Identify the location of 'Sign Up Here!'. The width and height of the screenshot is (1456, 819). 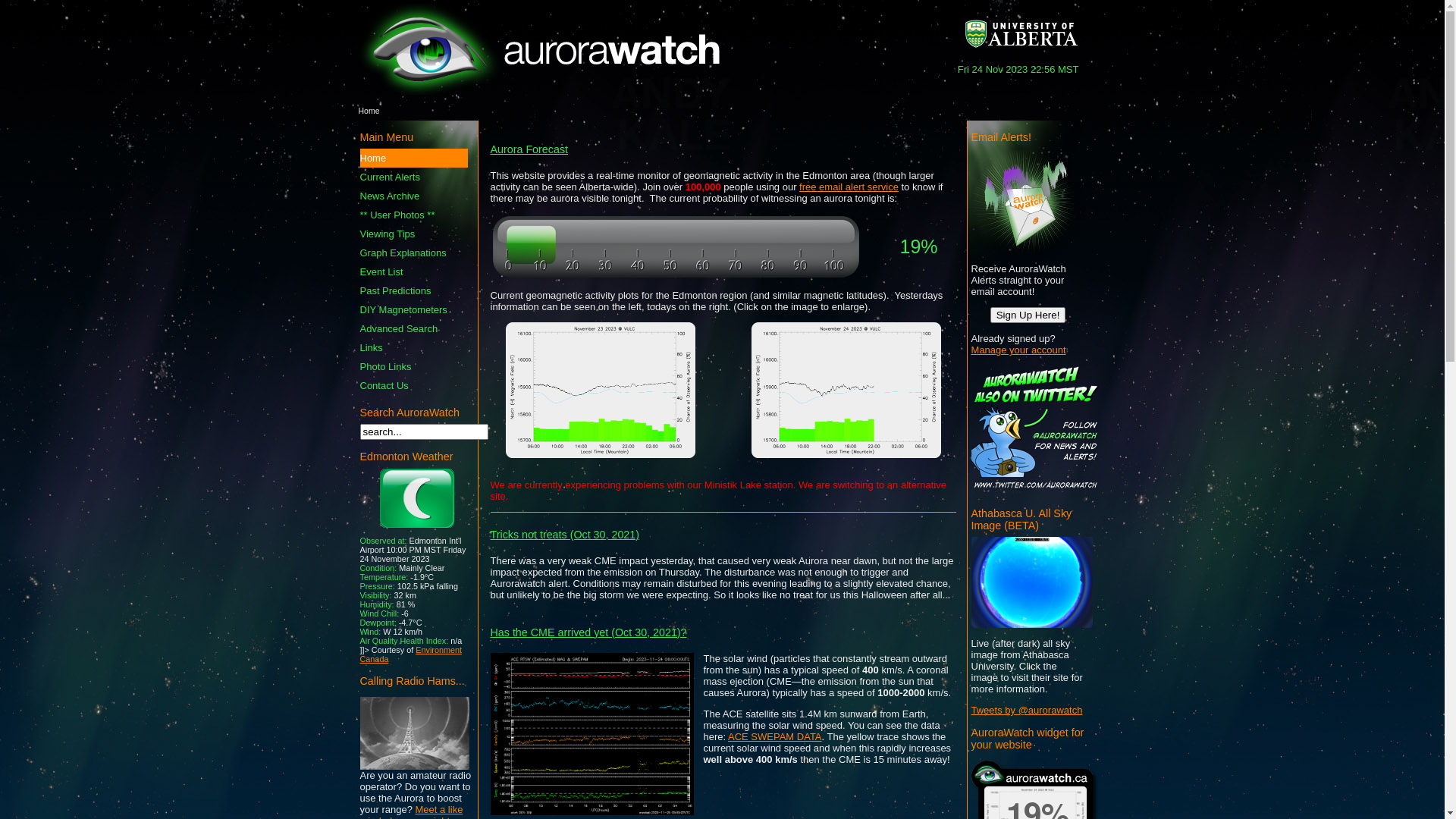
(1028, 314).